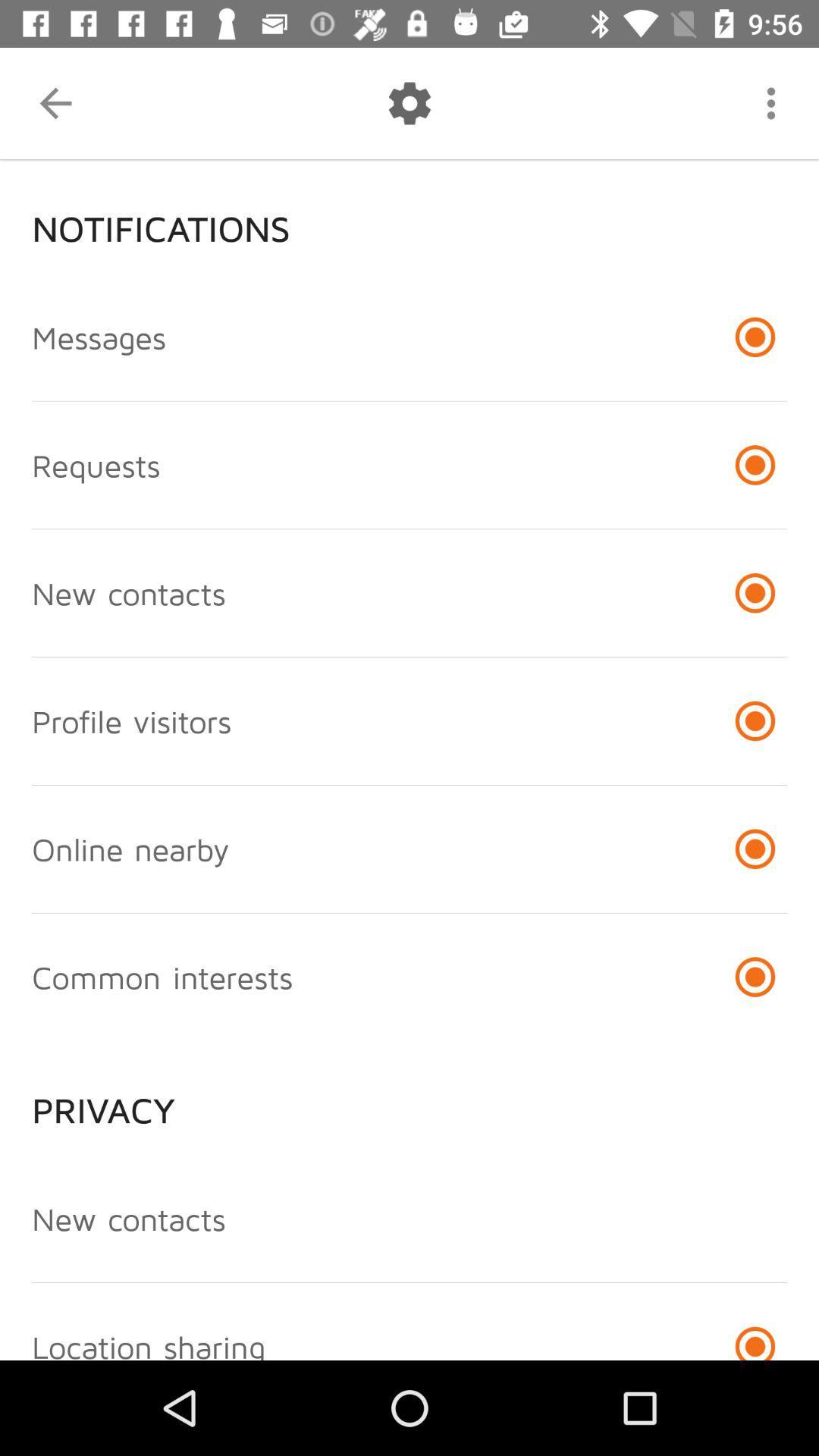 The height and width of the screenshot is (1456, 819). Describe the element at coordinates (130, 720) in the screenshot. I see `profile visitors` at that location.